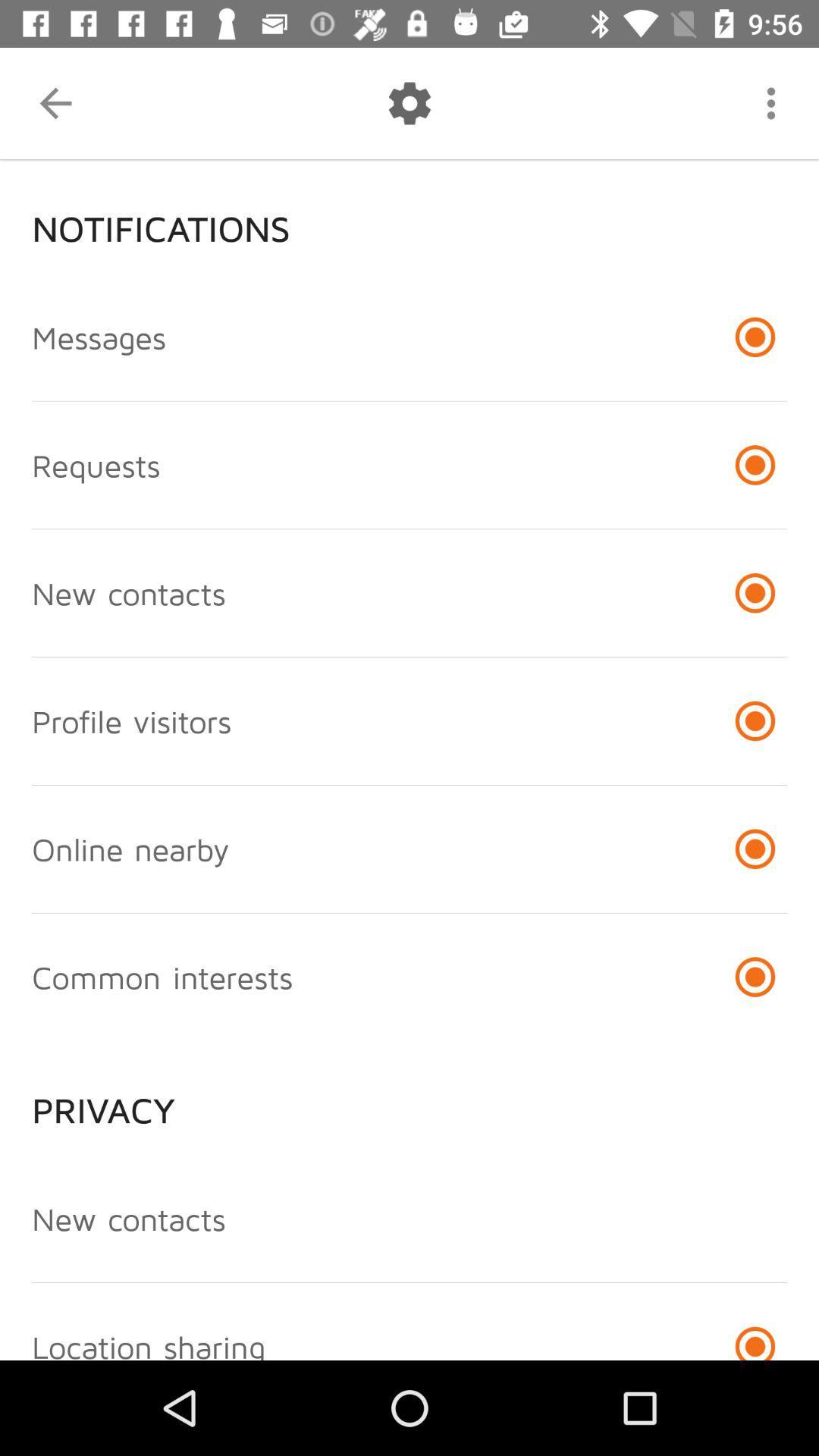 The height and width of the screenshot is (1456, 819). Describe the element at coordinates (130, 720) in the screenshot. I see `profile visitors` at that location.